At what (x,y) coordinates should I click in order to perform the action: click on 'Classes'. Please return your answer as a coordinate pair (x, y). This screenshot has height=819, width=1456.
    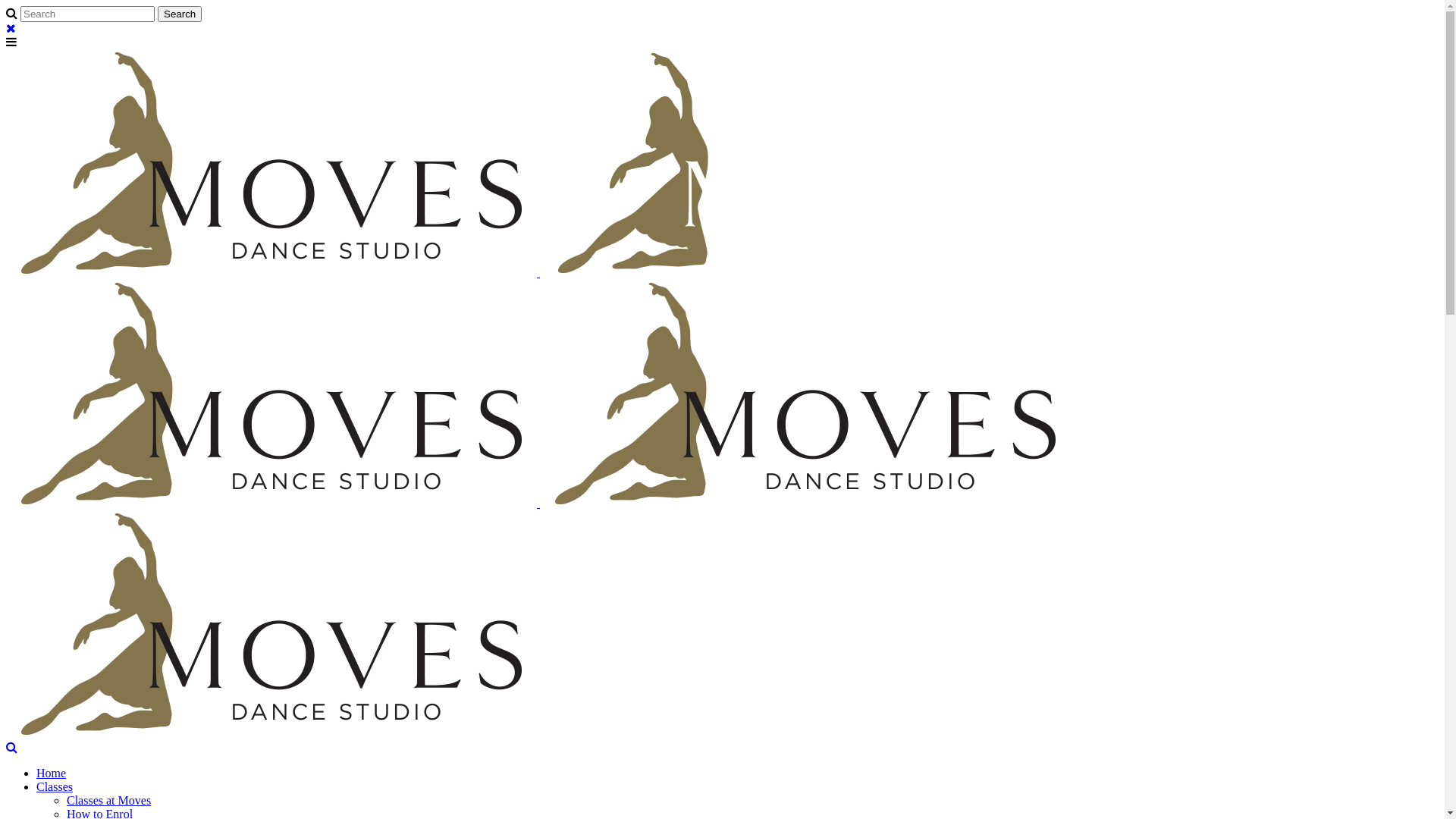
    Looking at the image, I should click on (55, 786).